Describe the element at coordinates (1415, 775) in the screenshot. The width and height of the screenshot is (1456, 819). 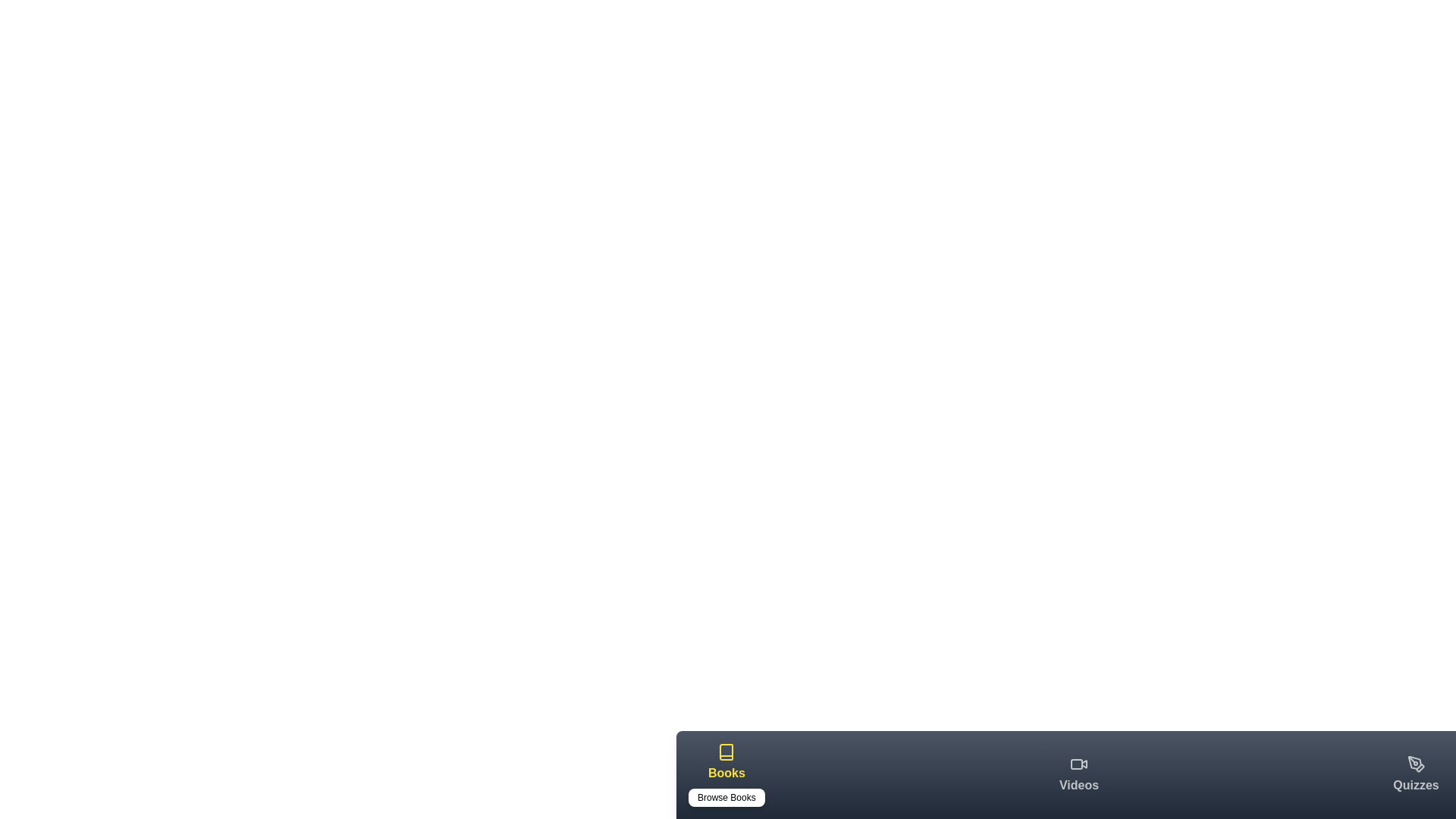
I see `the Quizzes tab in the bottom navigation` at that location.